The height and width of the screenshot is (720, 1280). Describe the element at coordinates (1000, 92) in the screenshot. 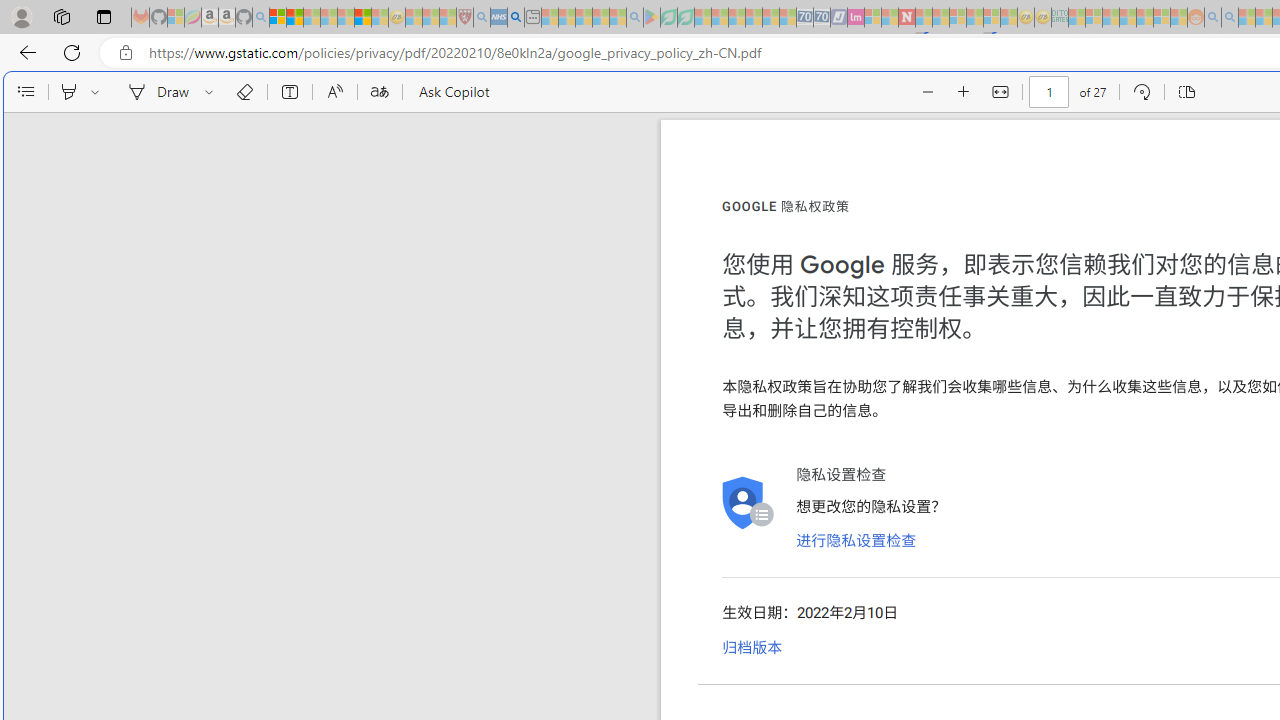

I see `'Fit to width (Ctrl+\)'` at that location.